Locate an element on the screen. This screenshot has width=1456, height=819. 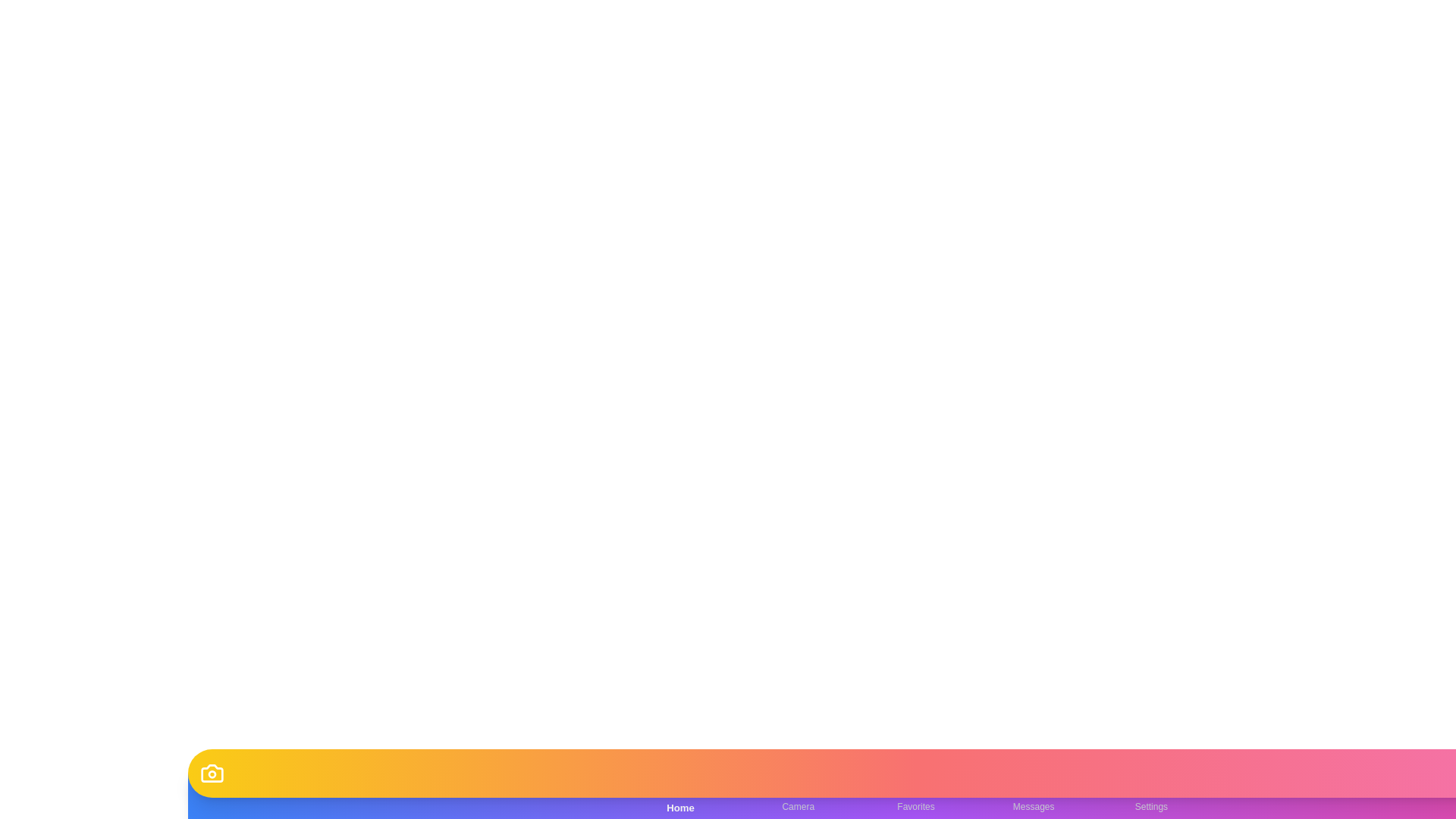
the Home button to observe its hover effect is located at coordinates (679, 795).